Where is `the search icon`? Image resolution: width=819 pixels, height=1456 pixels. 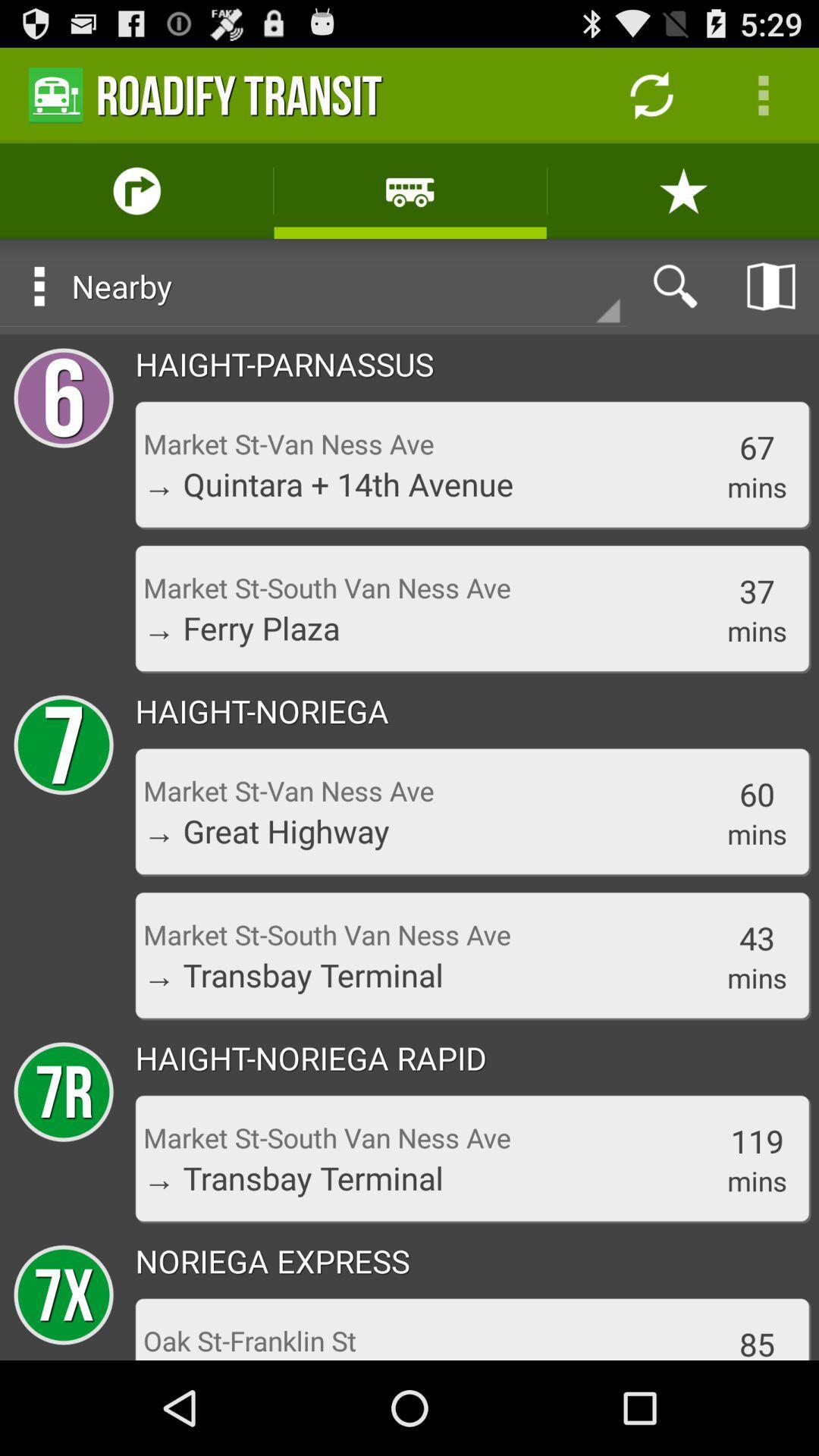
the search icon is located at coordinates (675, 306).